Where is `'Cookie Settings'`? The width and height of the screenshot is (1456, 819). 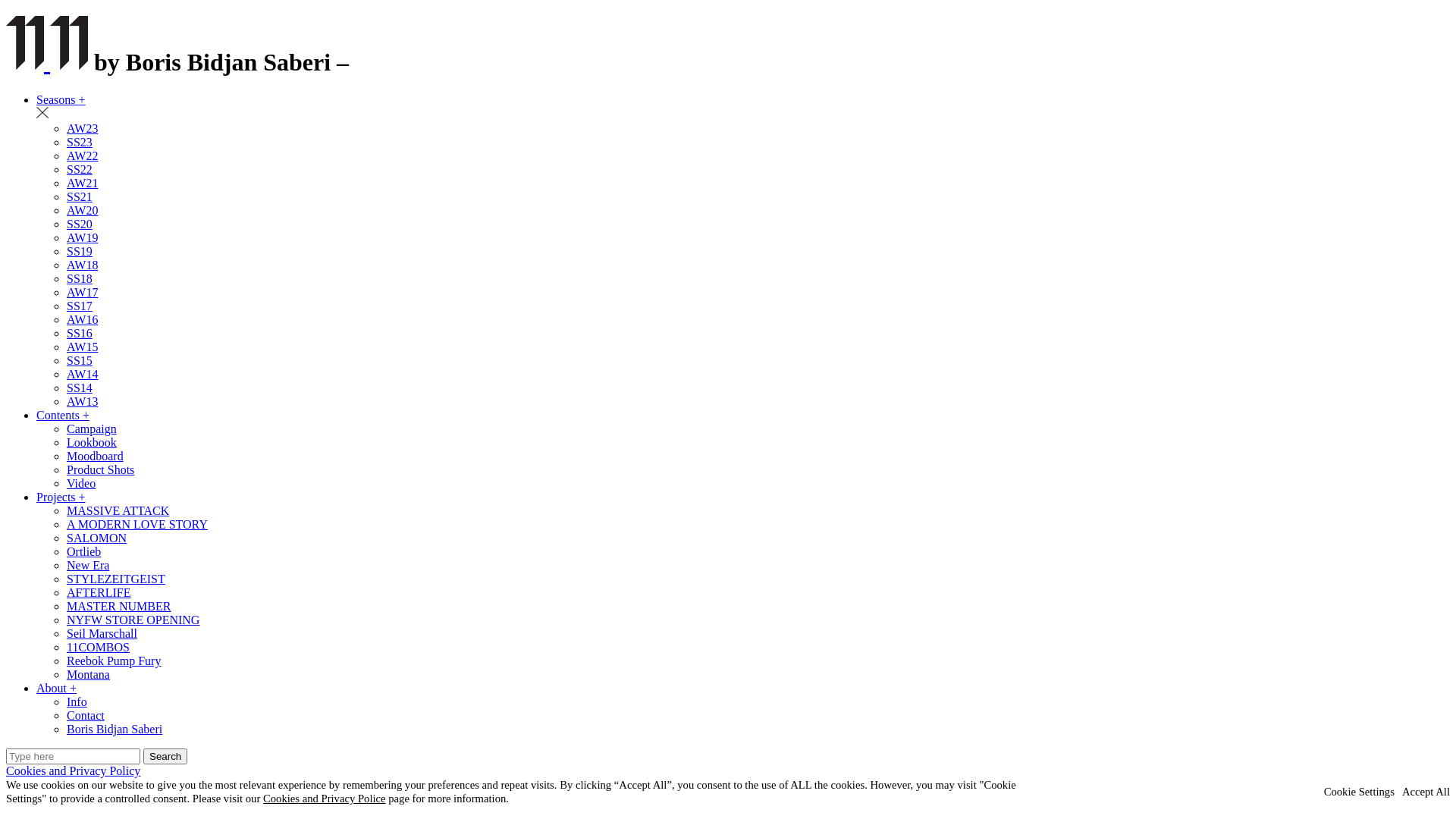
'Cookie Settings' is located at coordinates (1323, 791).